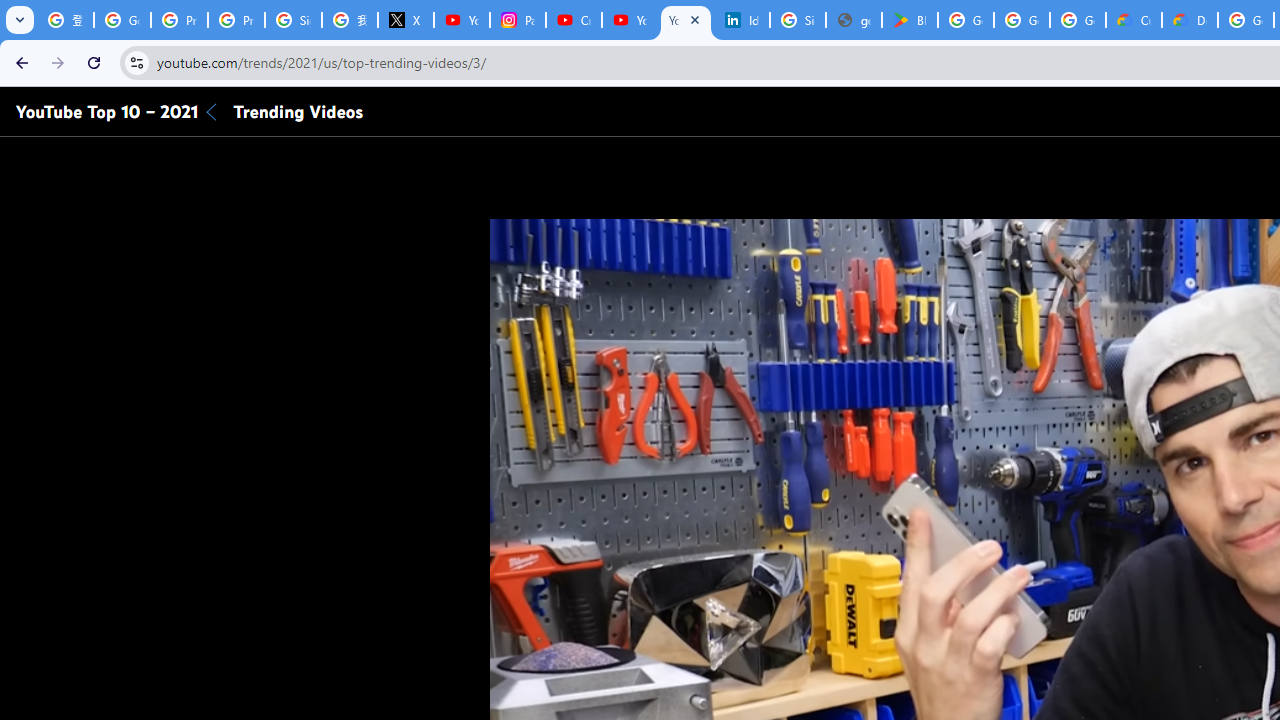 This screenshot has height=720, width=1280. Describe the element at coordinates (909, 20) in the screenshot. I see `'Bluey: Let'` at that location.